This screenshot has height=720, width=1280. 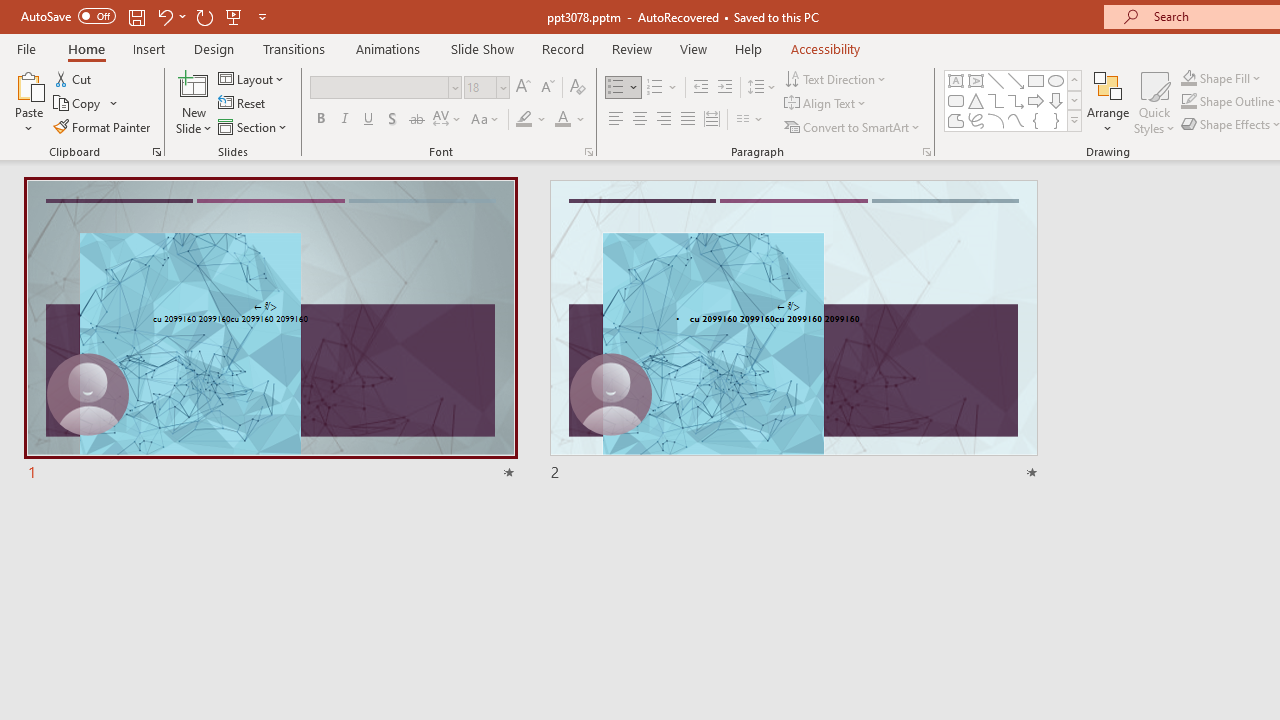 What do you see at coordinates (251, 78) in the screenshot?
I see `'Layout'` at bounding box center [251, 78].